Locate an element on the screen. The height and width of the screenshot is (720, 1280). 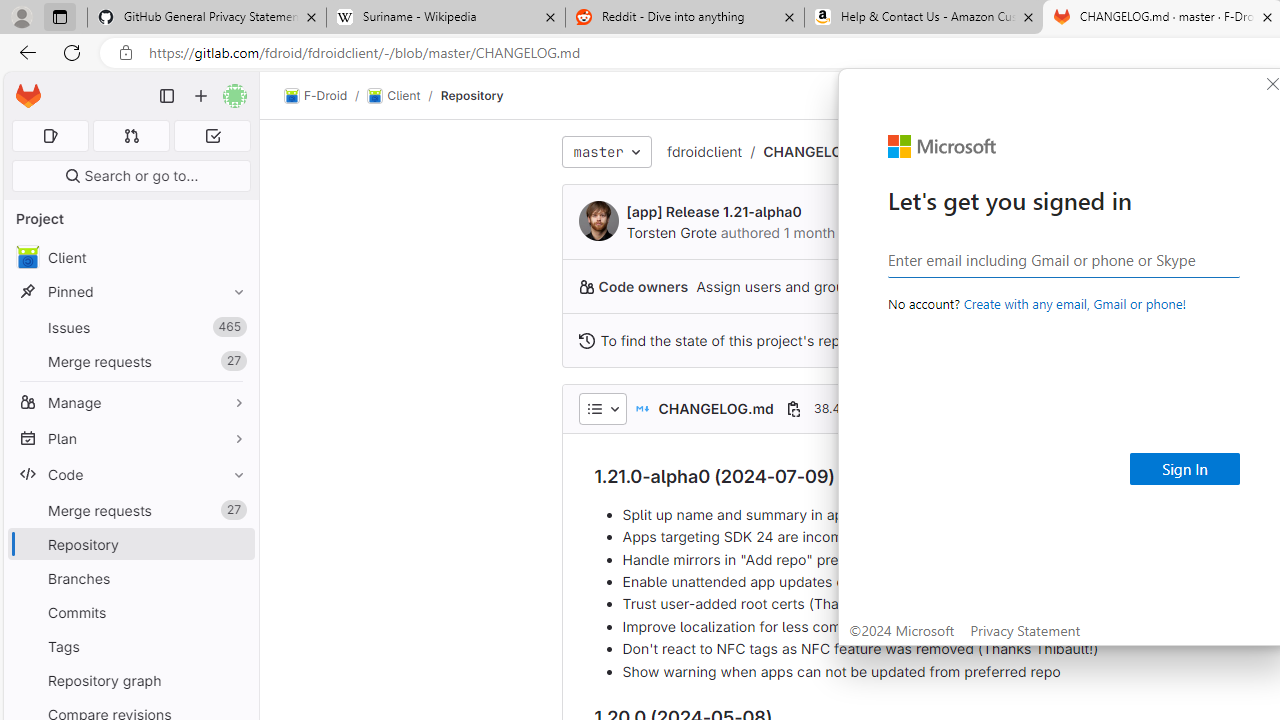
'Unpin Issues' is located at coordinates (234, 326).